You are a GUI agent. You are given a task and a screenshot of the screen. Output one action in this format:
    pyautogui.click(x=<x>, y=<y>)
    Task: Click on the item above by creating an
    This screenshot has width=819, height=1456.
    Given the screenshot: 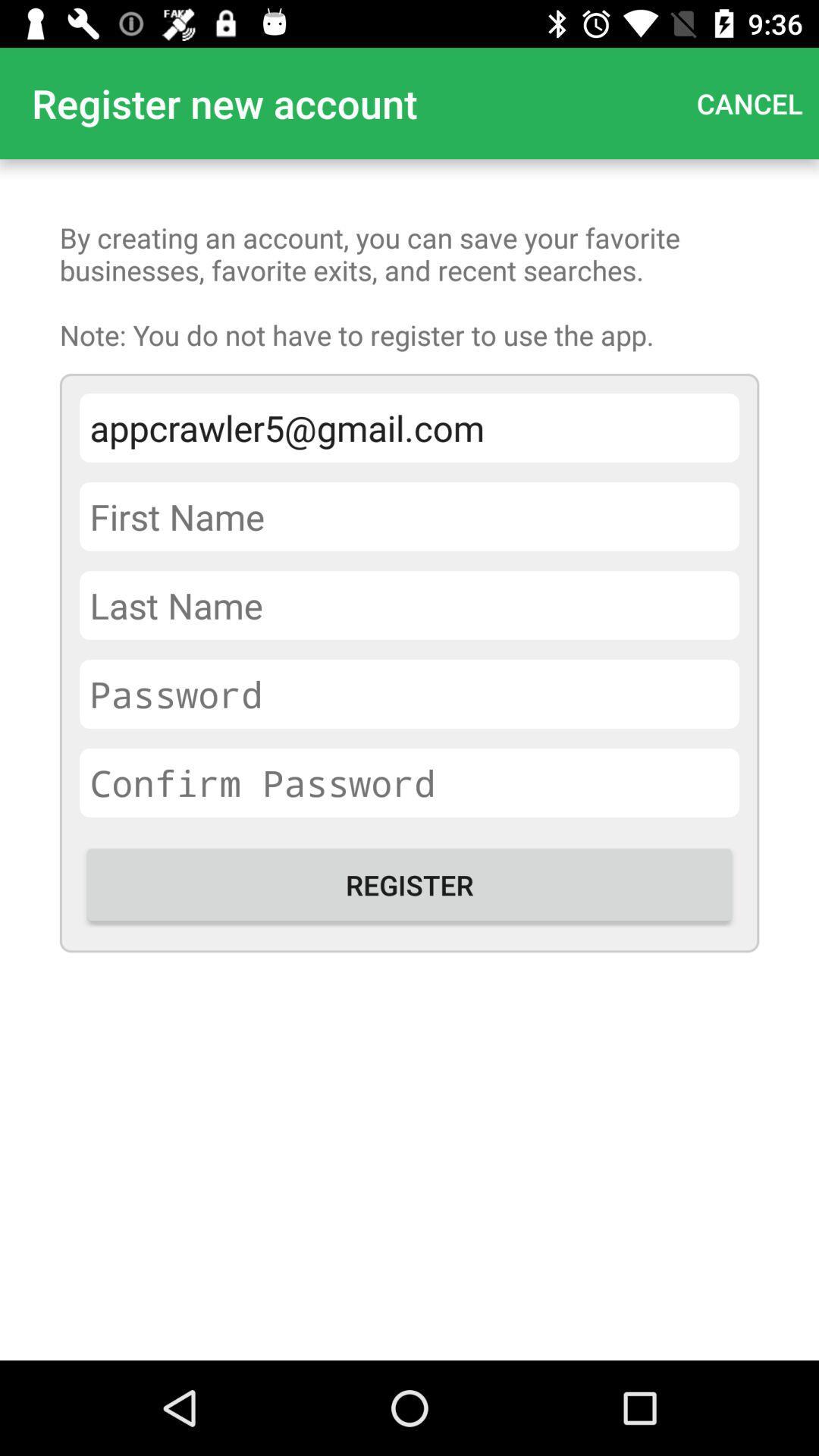 What is the action you would take?
    pyautogui.click(x=748, y=102)
    